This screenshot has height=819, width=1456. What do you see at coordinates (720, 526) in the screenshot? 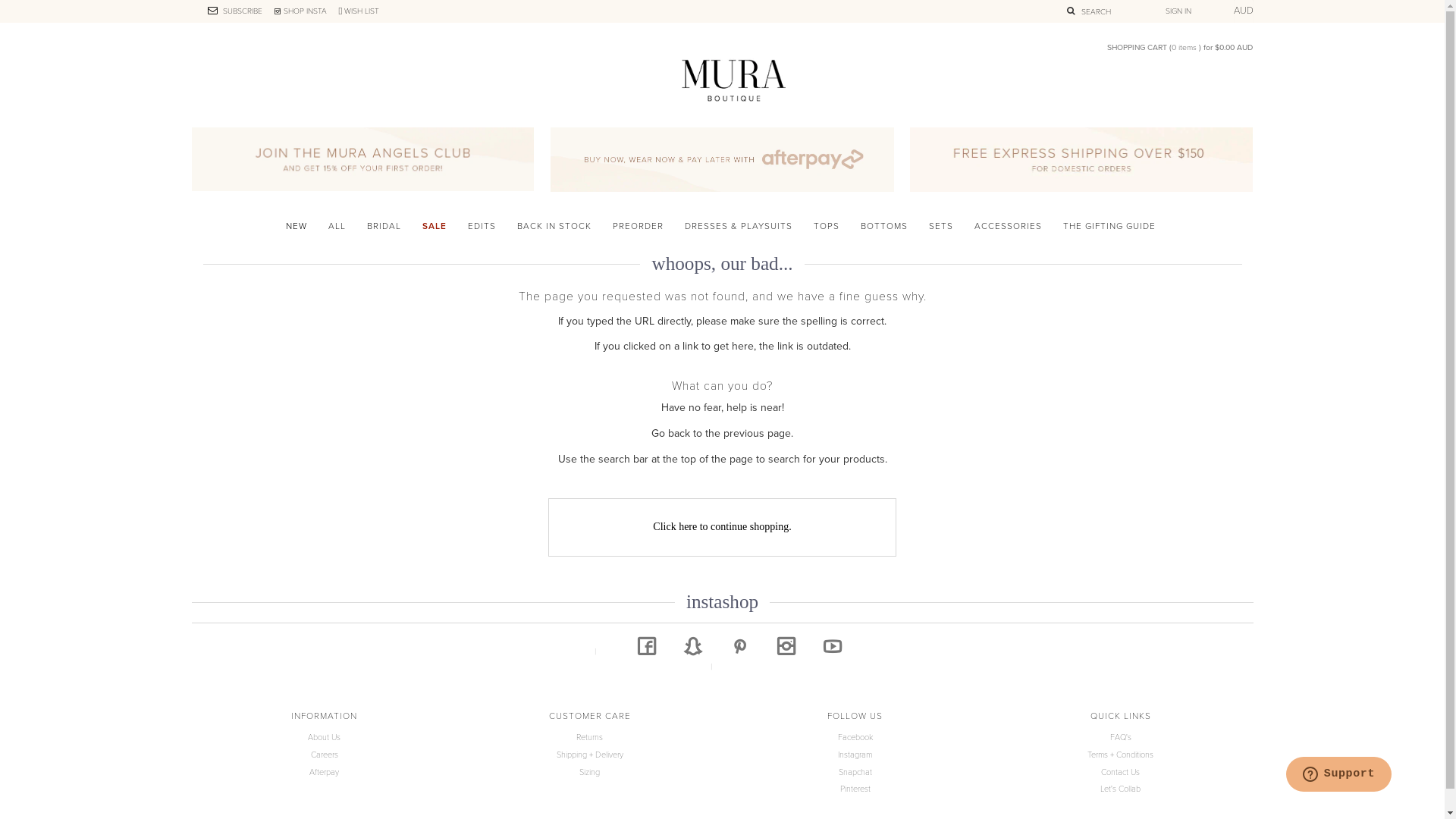
I see `'Click here to continue shopping.'` at bounding box center [720, 526].